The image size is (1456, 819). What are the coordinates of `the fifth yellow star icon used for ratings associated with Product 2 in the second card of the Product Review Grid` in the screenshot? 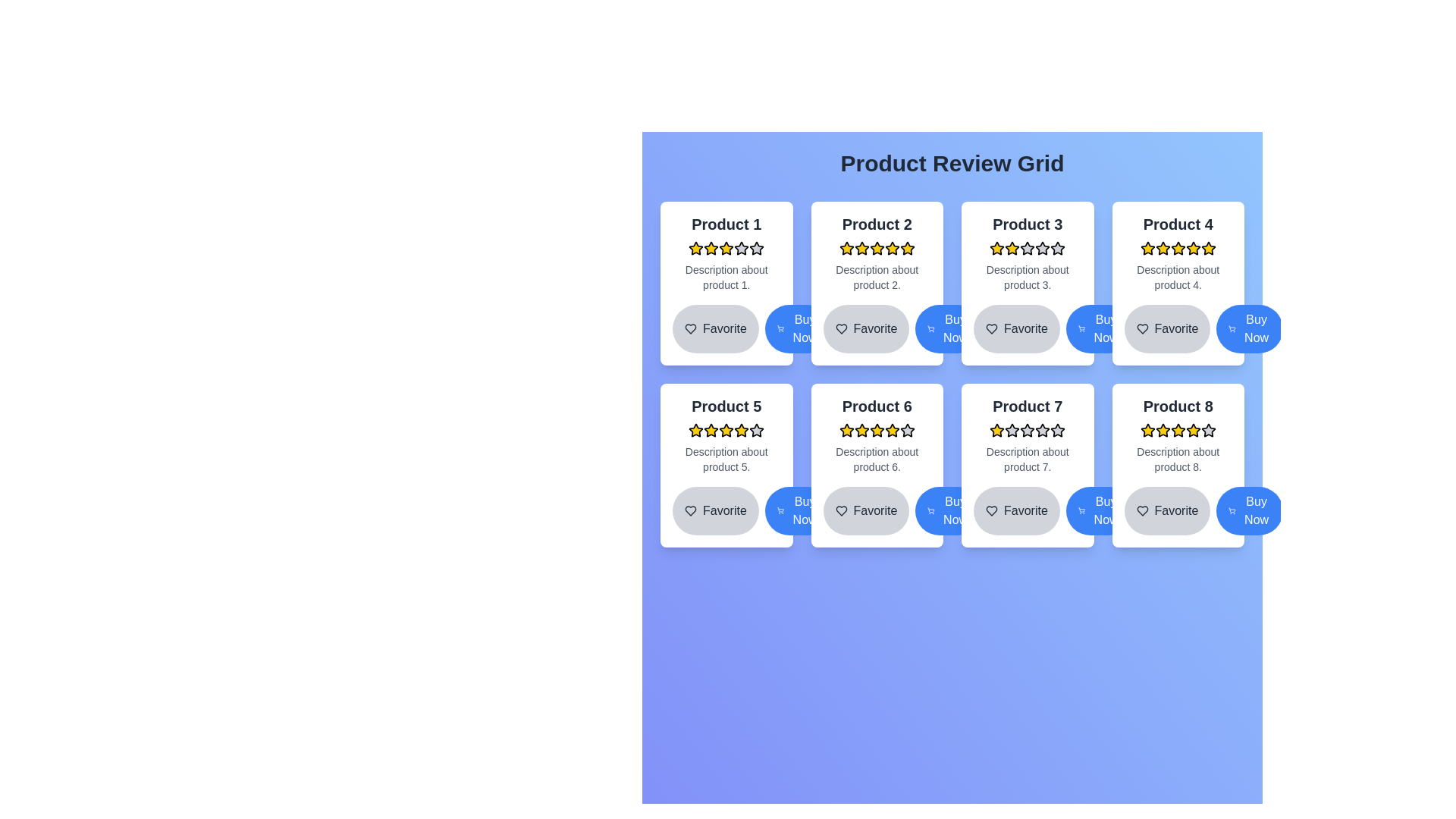 It's located at (907, 247).